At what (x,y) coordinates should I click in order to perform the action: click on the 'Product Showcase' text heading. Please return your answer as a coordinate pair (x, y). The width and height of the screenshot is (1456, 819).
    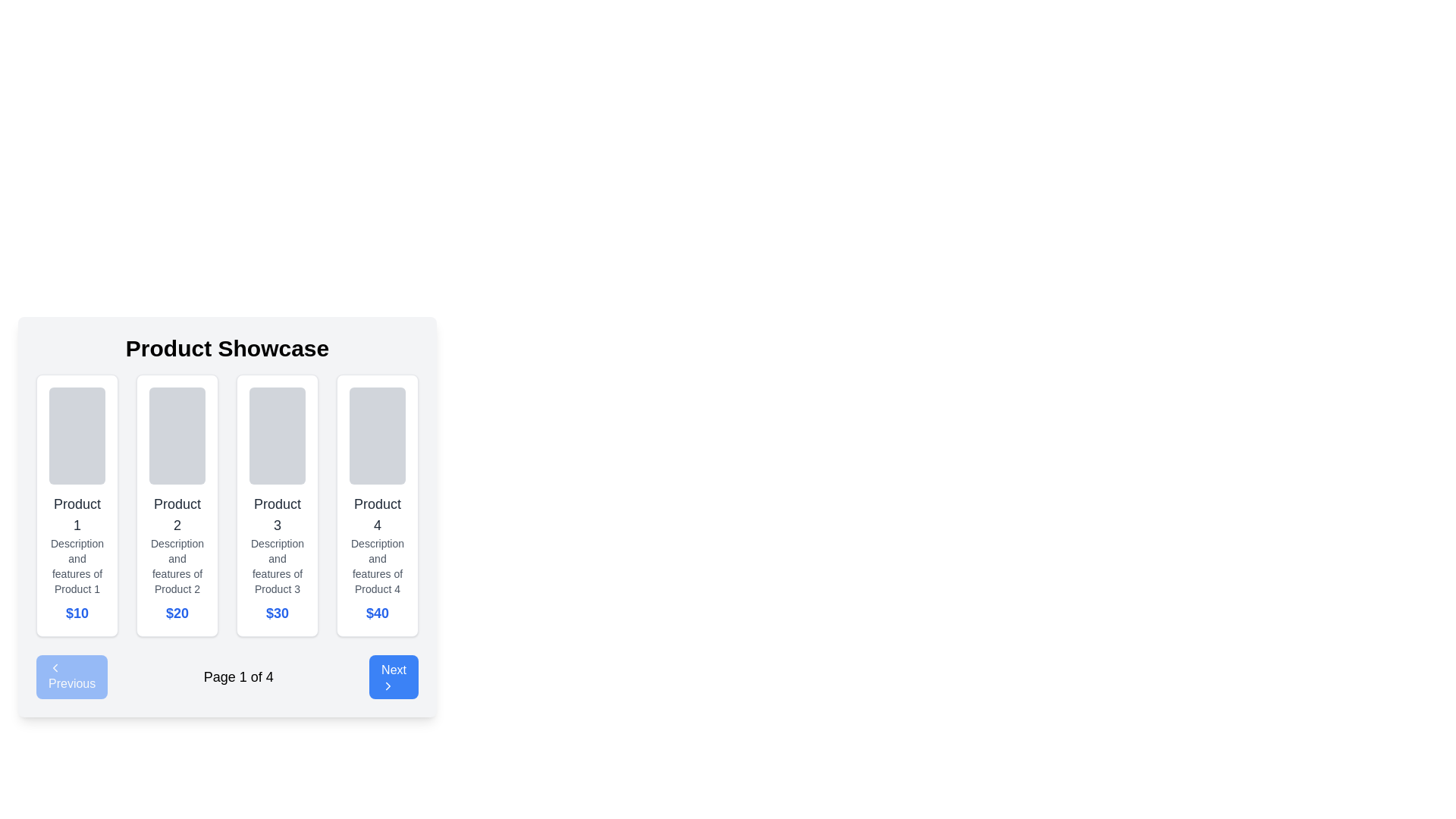
    Looking at the image, I should click on (226, 348).